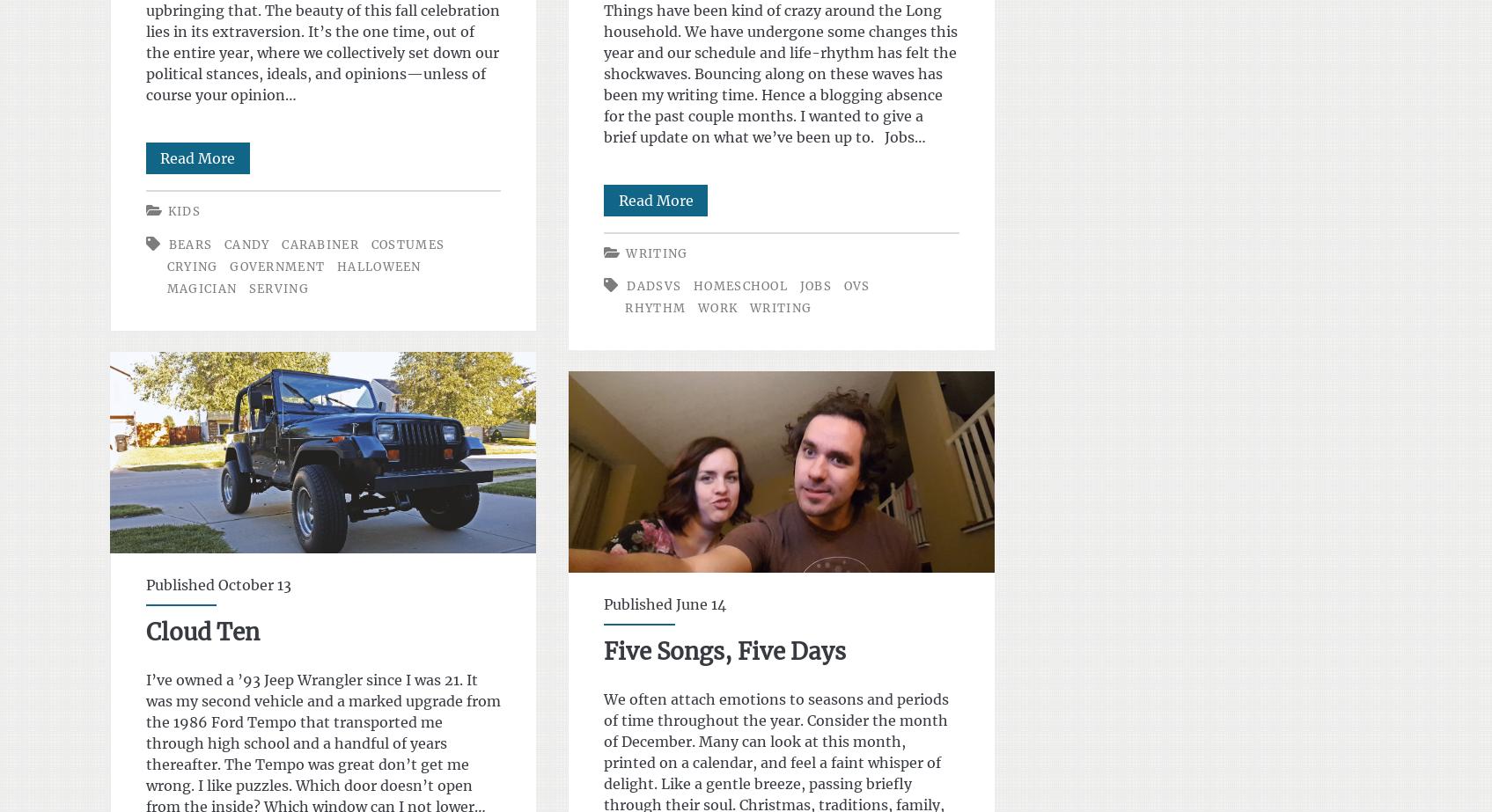 The image size is (1492, 812). Describe the element at coordinates (697, 307) in the screenshot. I see `'work'` at that location.